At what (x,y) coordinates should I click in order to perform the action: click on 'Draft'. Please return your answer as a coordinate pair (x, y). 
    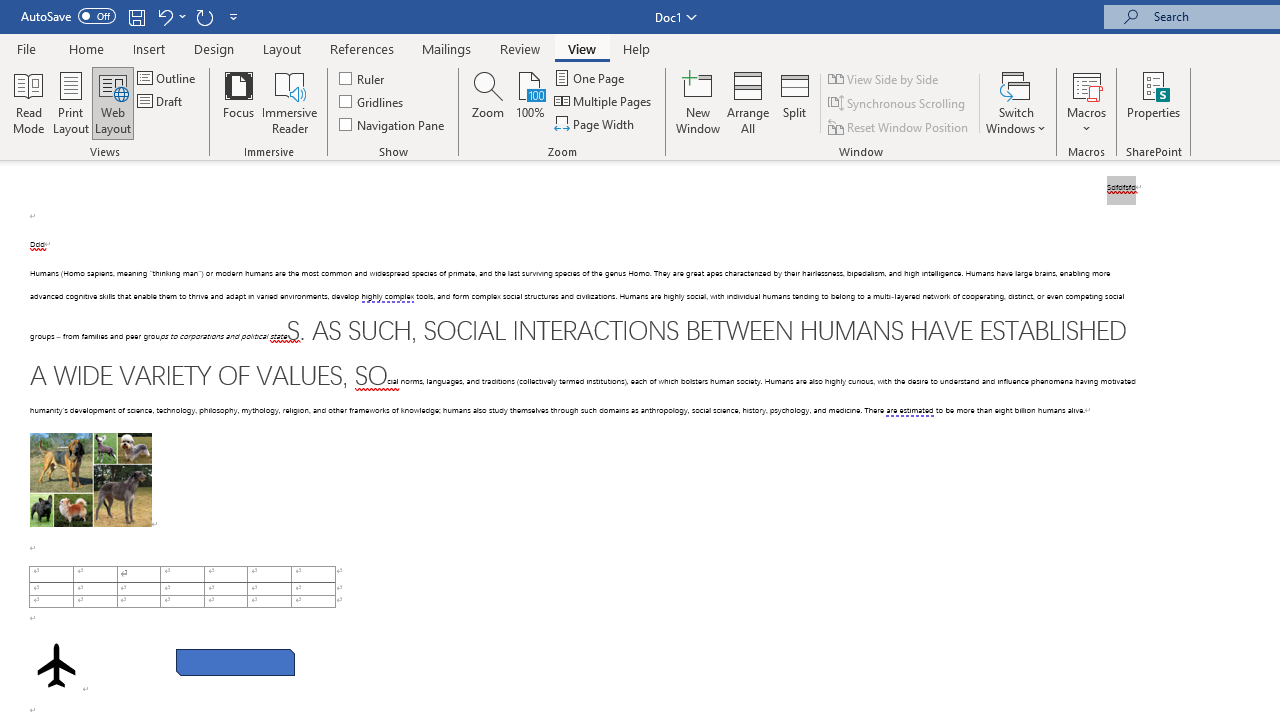
    Looking at the image, I should click on (161, 101).